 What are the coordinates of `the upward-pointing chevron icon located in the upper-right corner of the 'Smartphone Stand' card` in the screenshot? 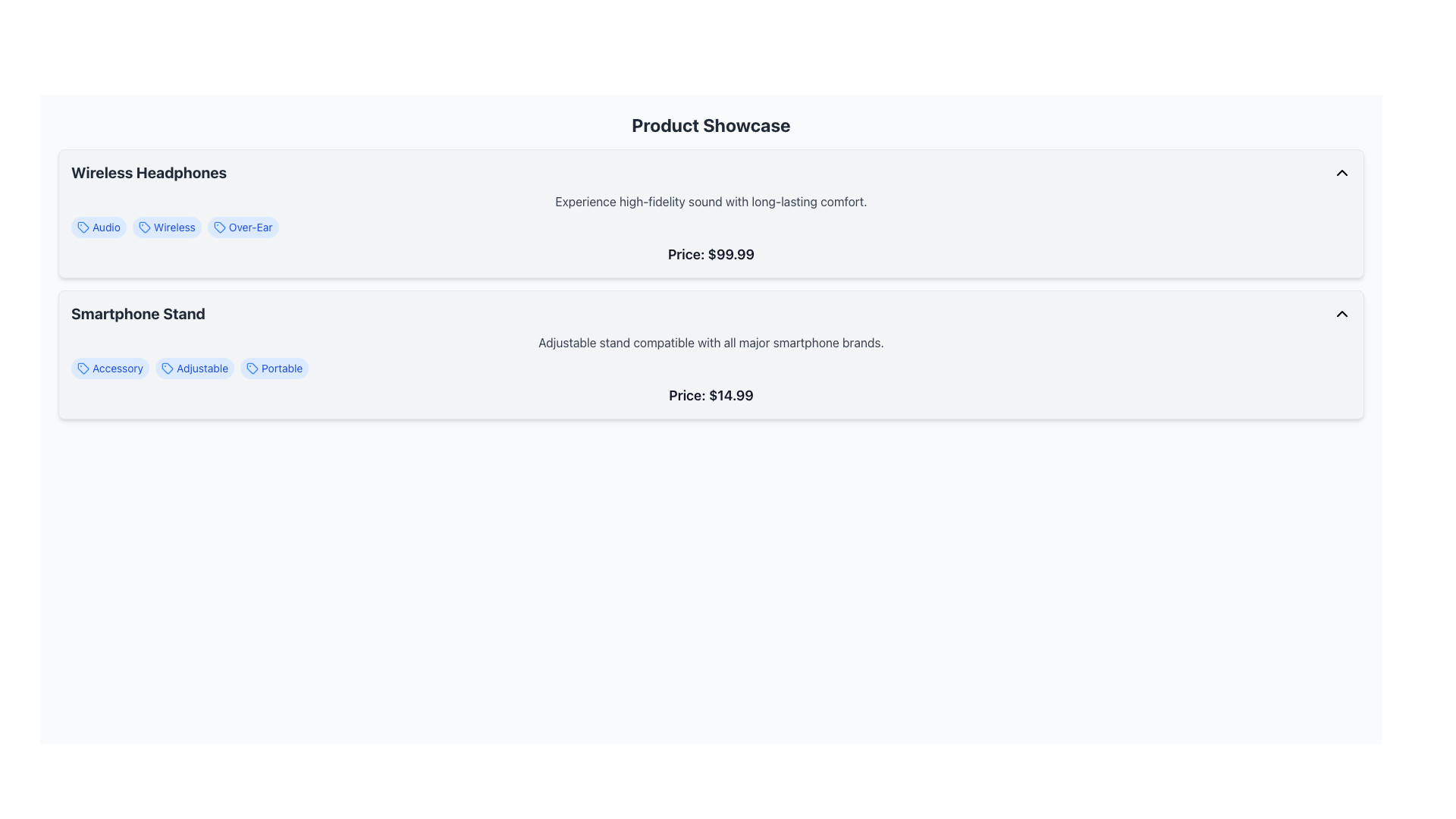 It's located at (1342, 312).